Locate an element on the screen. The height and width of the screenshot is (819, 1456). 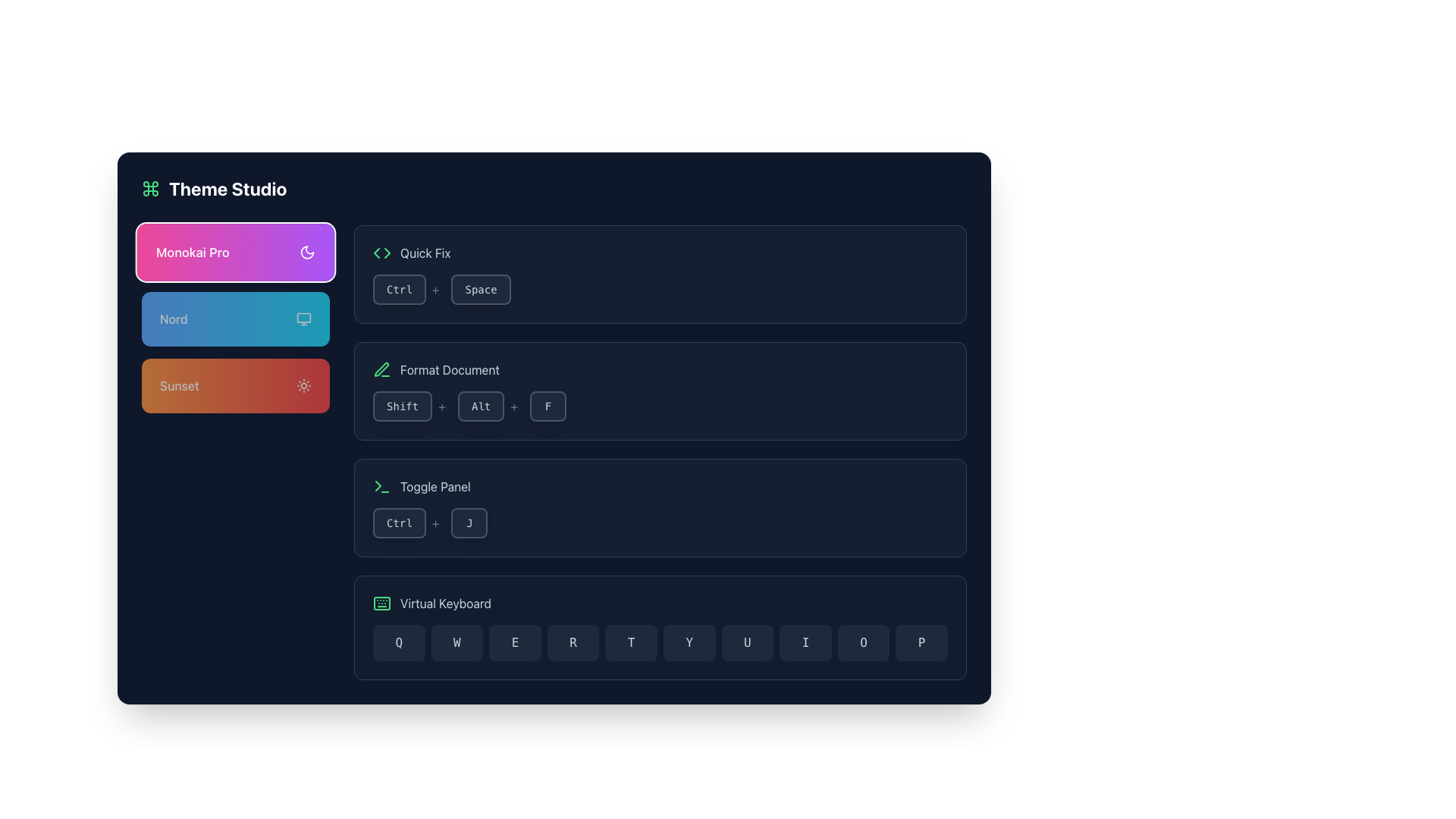
the text label that identifies the current theme's name, located within the theming options group panel at the top-left of the interface, horizontally centered and to the left of a moon icon is located at coordinates (192, 251).